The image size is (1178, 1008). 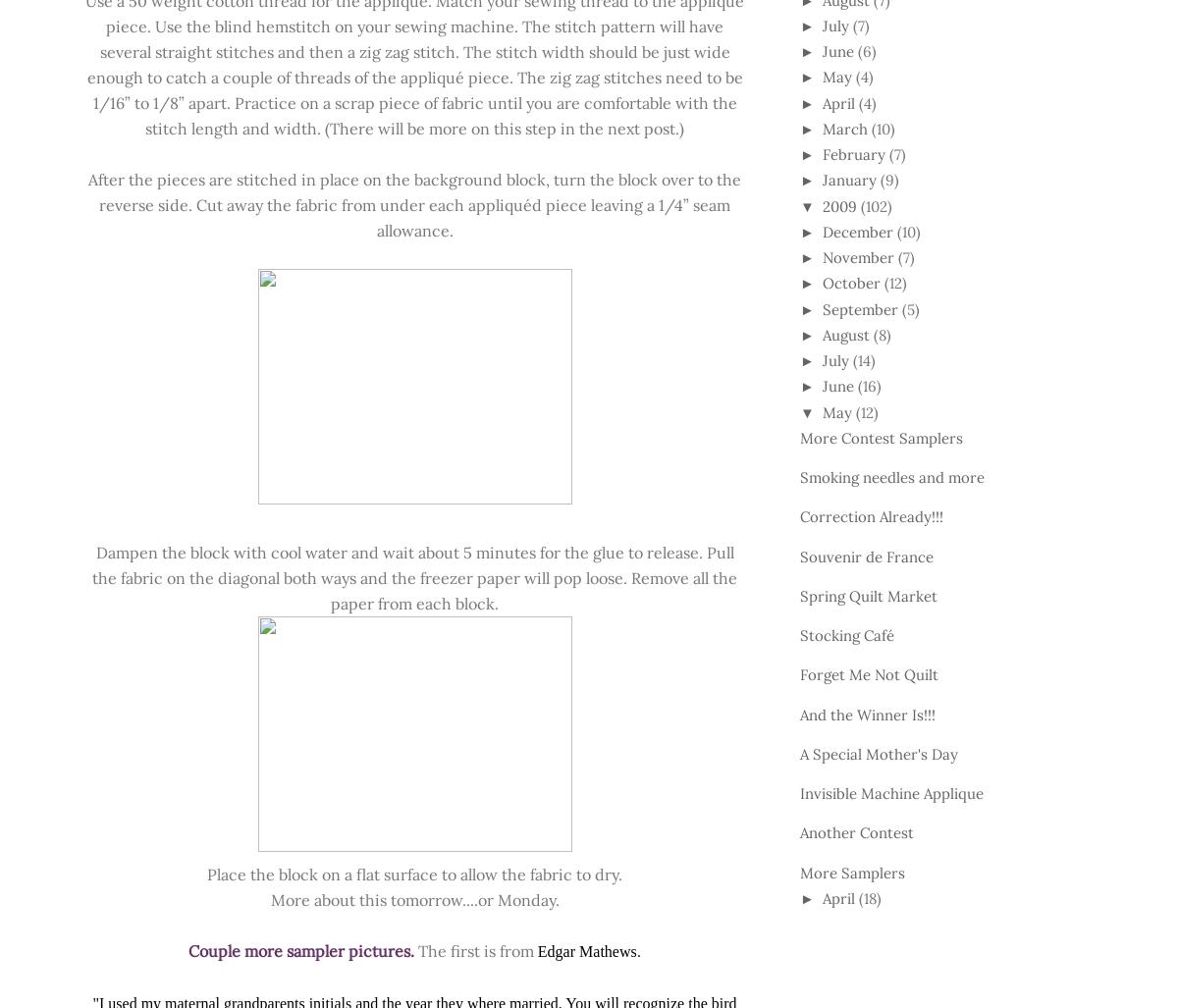 I want to click on 'Forget Me Not Quilt', so click(x=868, y=674).